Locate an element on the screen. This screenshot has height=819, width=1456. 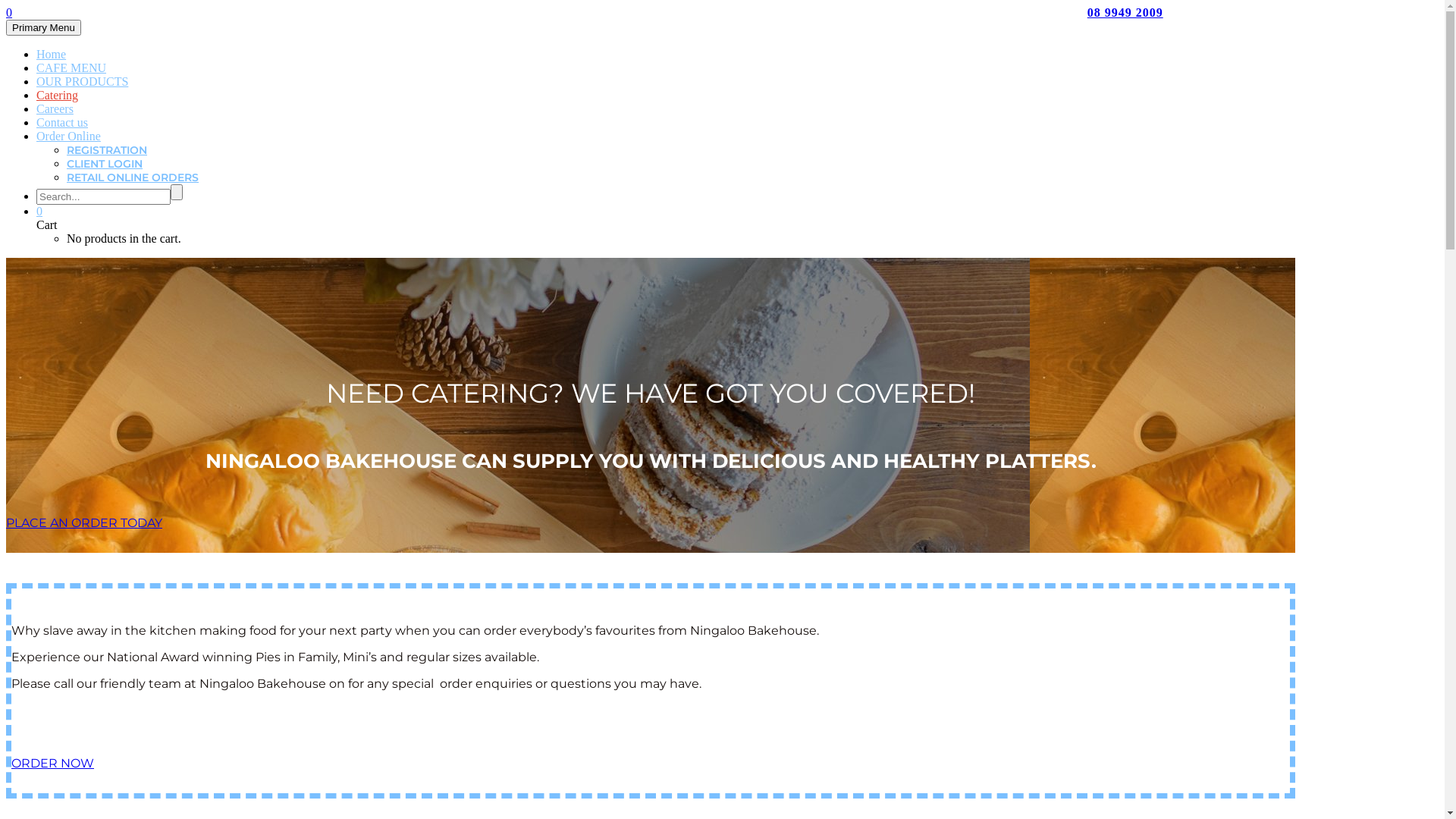
'CLIENT LOGIN' is located at coordinates (104, 164).